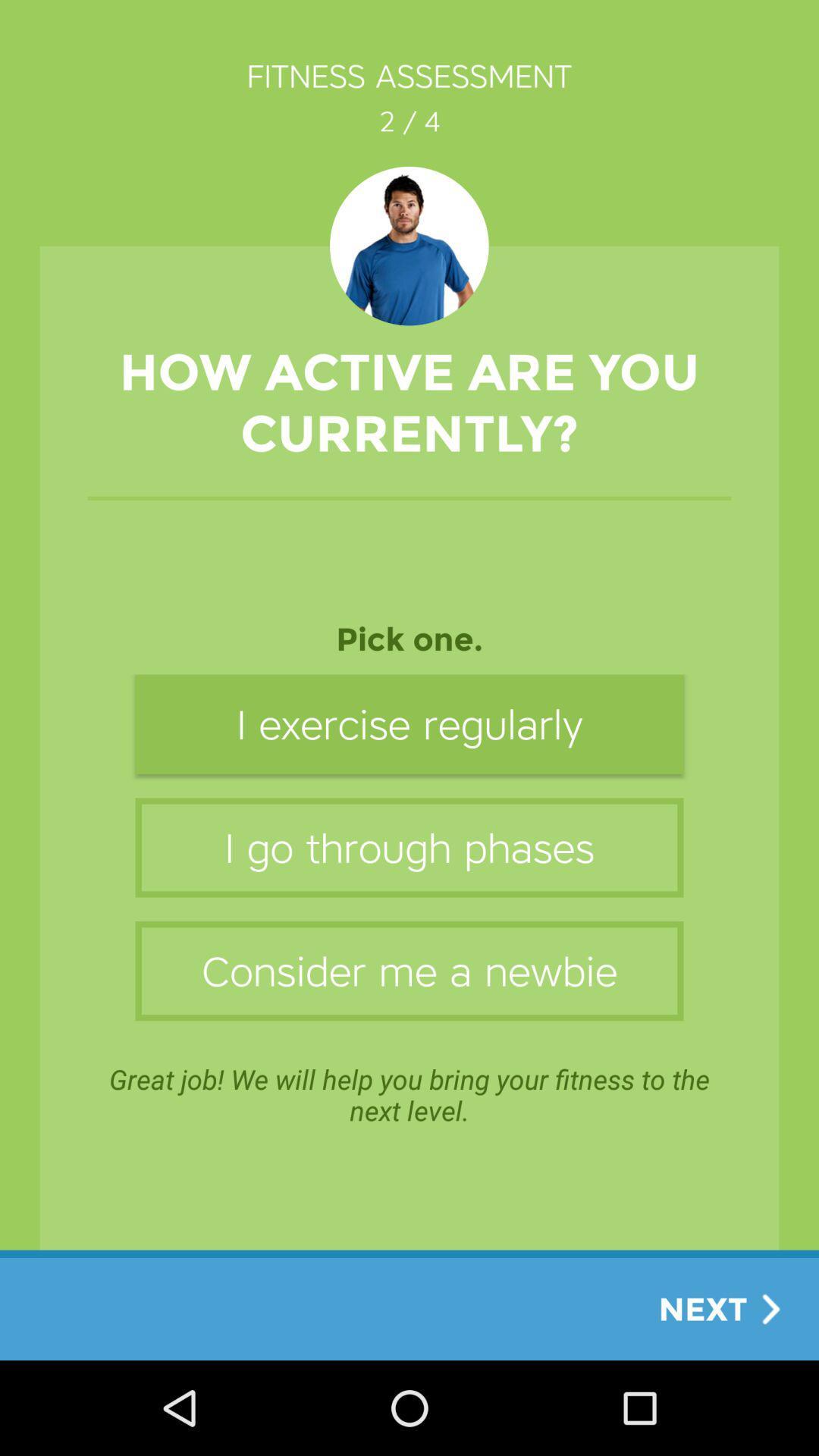 This screenshot has width=819, height=1456. I want to click on the item below i go through item, so click(409, 971).